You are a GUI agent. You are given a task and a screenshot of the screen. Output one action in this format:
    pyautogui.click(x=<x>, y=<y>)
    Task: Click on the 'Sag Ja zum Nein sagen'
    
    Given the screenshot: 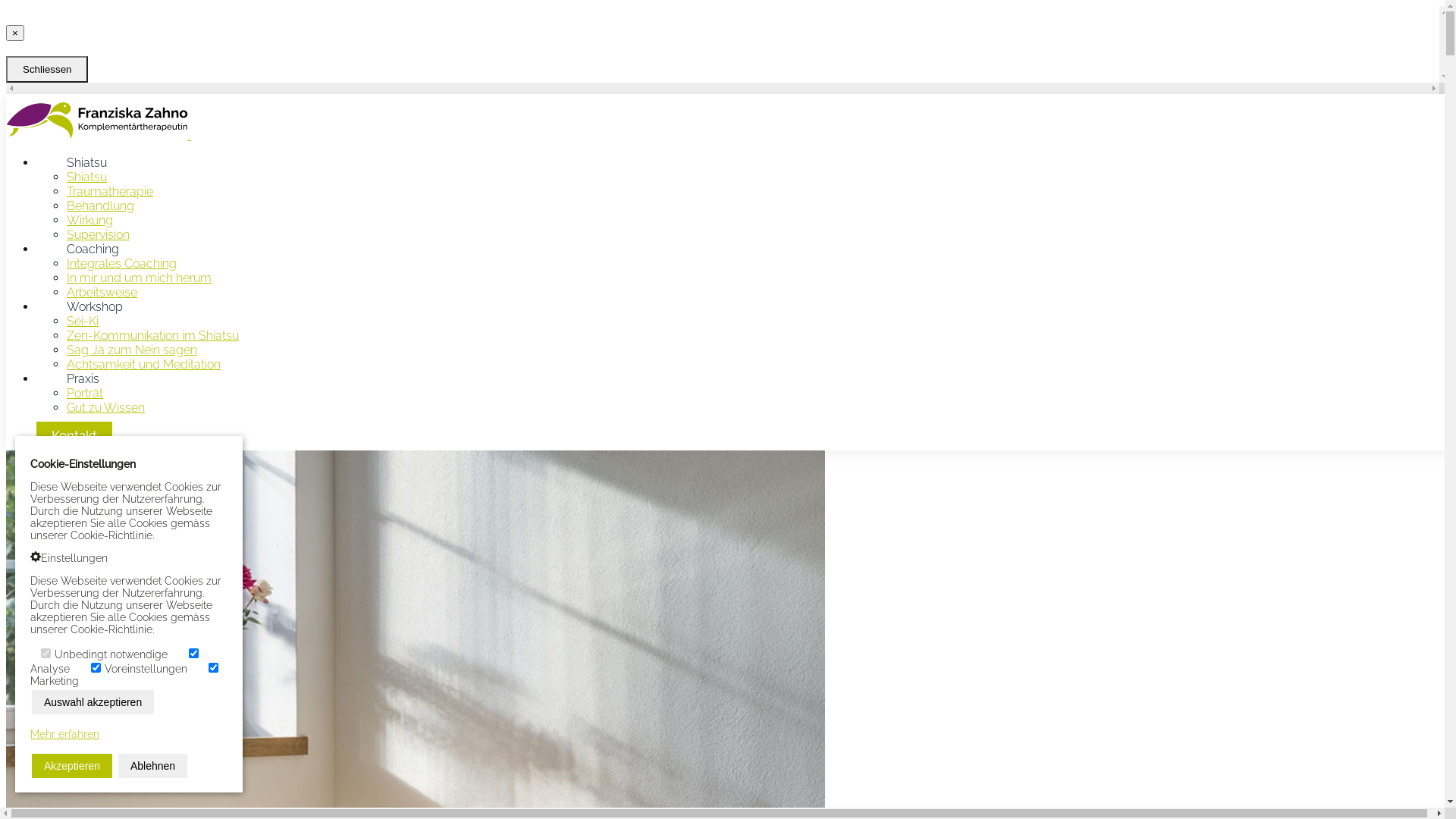 What is the action you would take?
    pyautogui.click(x=131, y=350)
    